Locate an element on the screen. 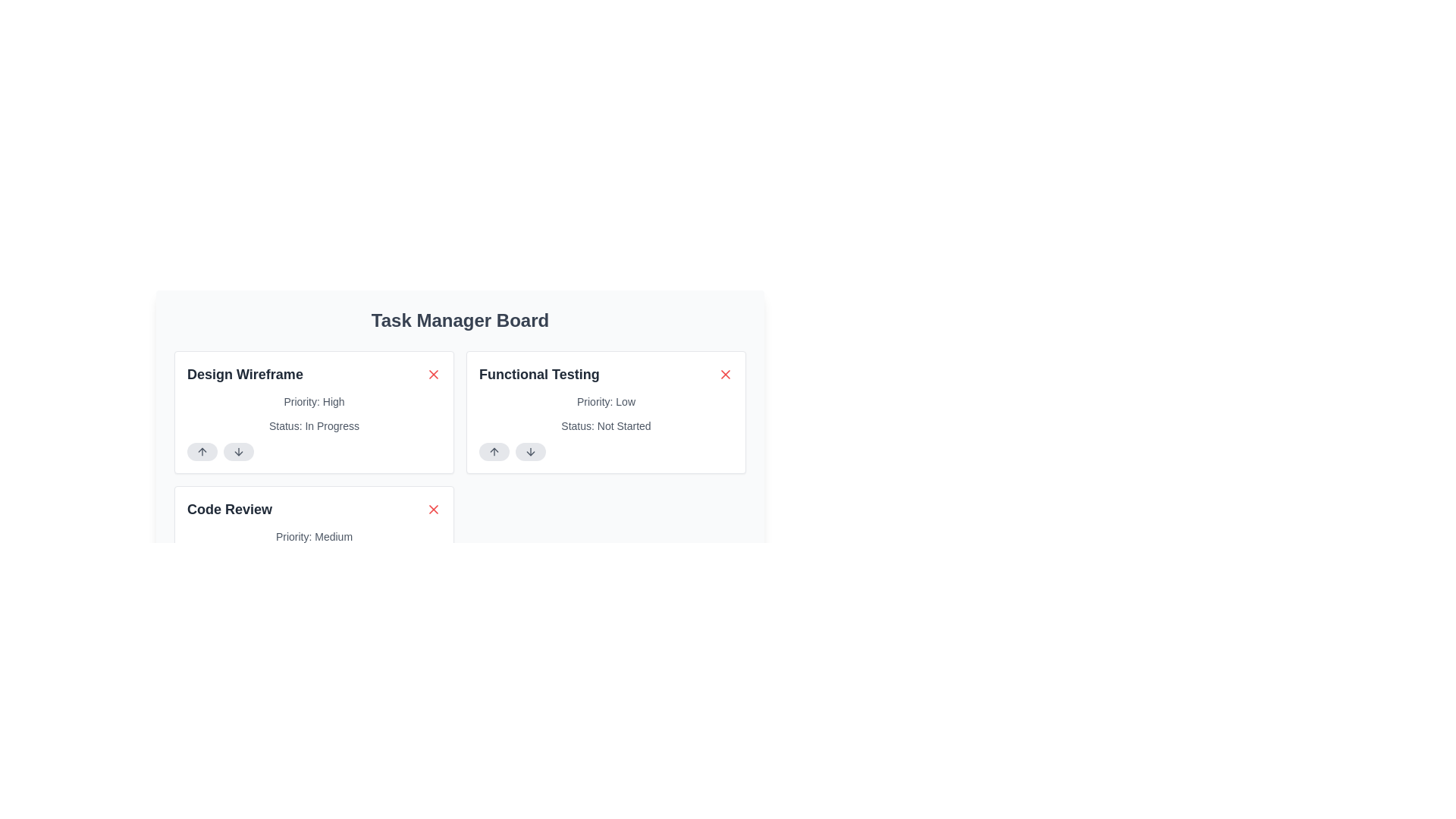 The height and width of the screenshot is (819, 1456). the text label displaying 'Priority: High' located in the task card titled 'Design Wireframe', which is positioned above 'Status: In Progress' is located at coordinates (313, 400).